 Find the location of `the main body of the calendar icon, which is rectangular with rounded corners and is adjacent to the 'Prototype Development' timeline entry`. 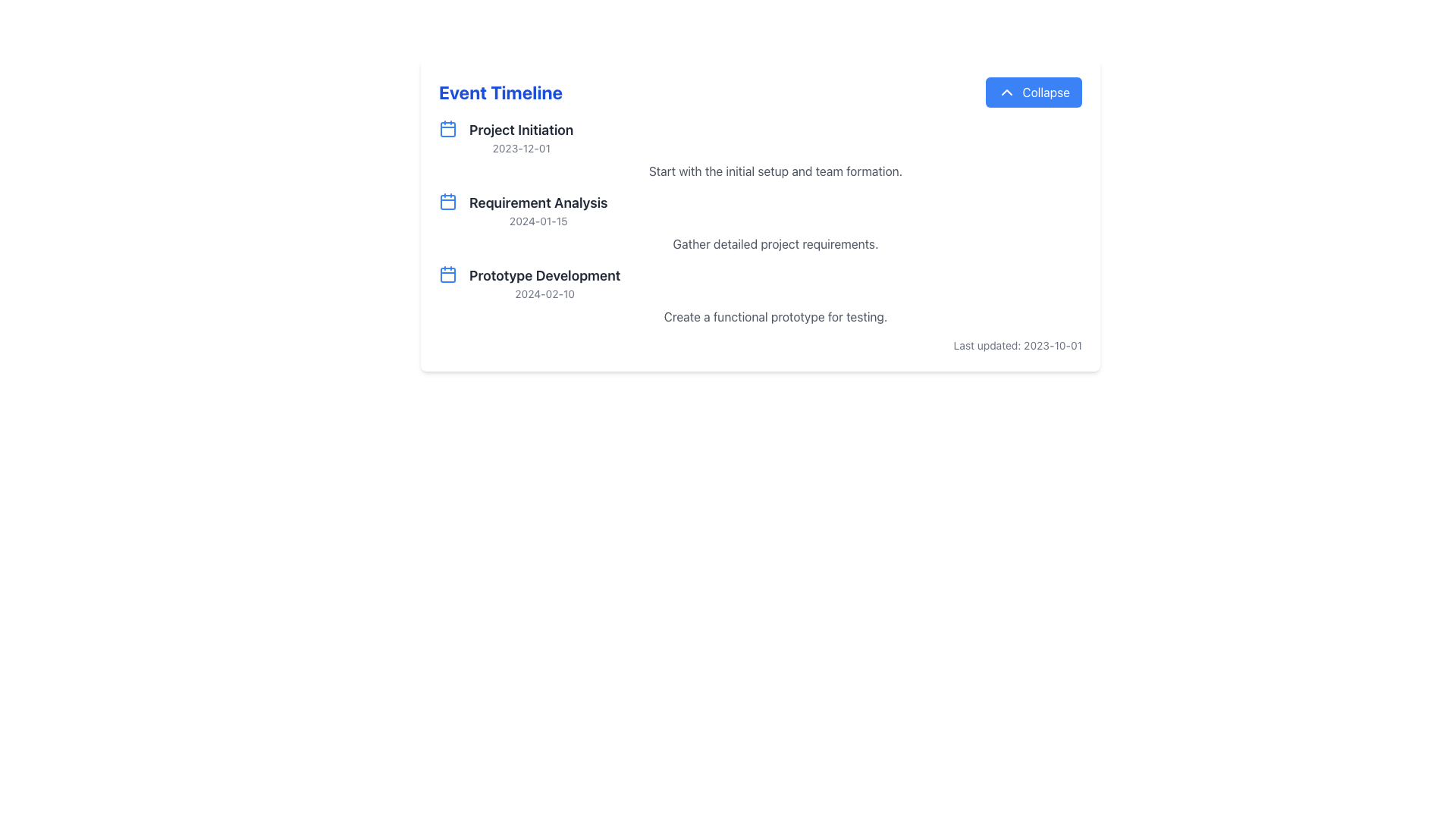

the main body of the calendar icon, which is rectangular with rounded corners and is adjacent to the 'Prototype Development' timeline entry is located at coordinates (447, 275).